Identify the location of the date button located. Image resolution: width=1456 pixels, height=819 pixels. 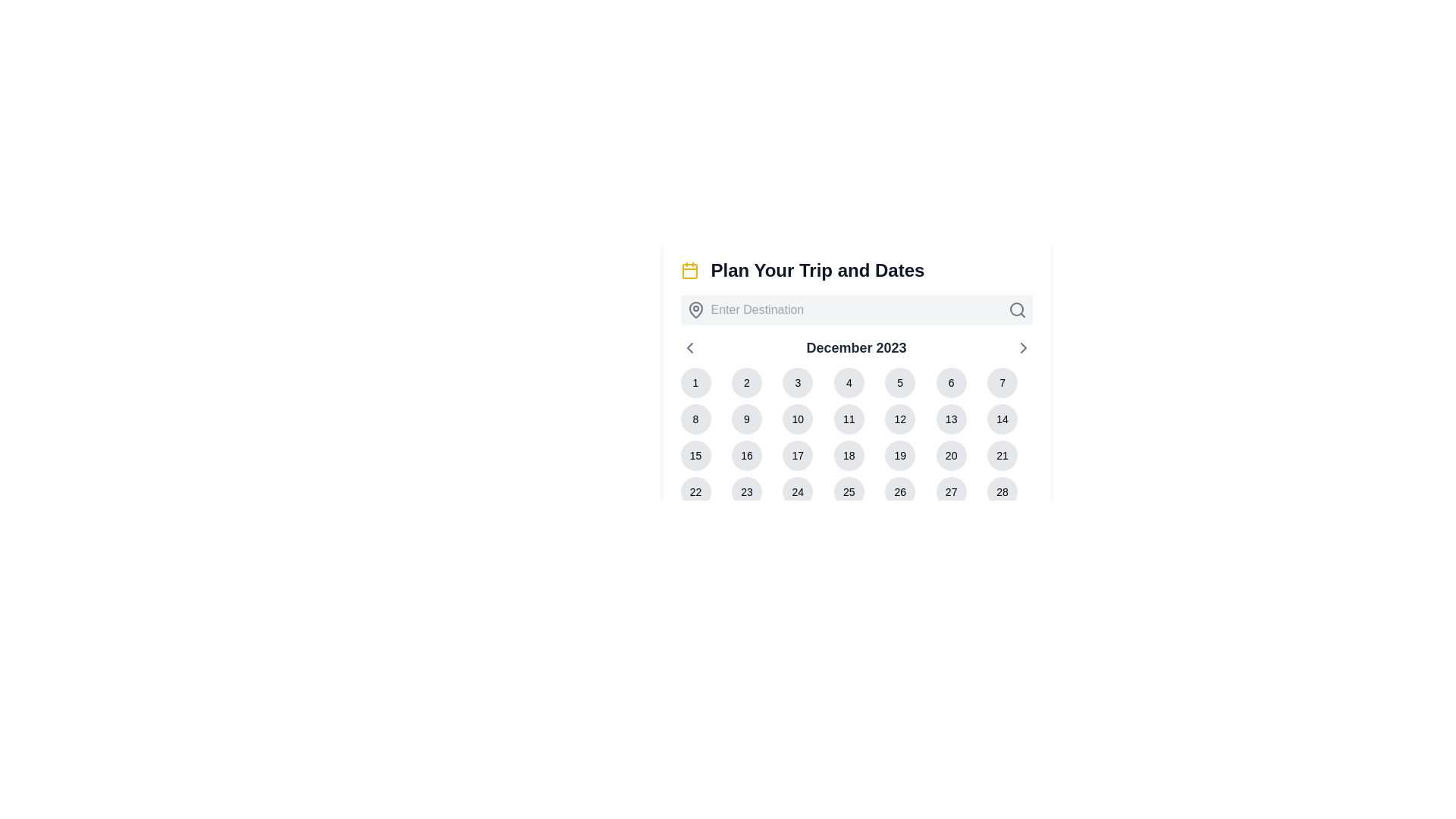
(950, 455).